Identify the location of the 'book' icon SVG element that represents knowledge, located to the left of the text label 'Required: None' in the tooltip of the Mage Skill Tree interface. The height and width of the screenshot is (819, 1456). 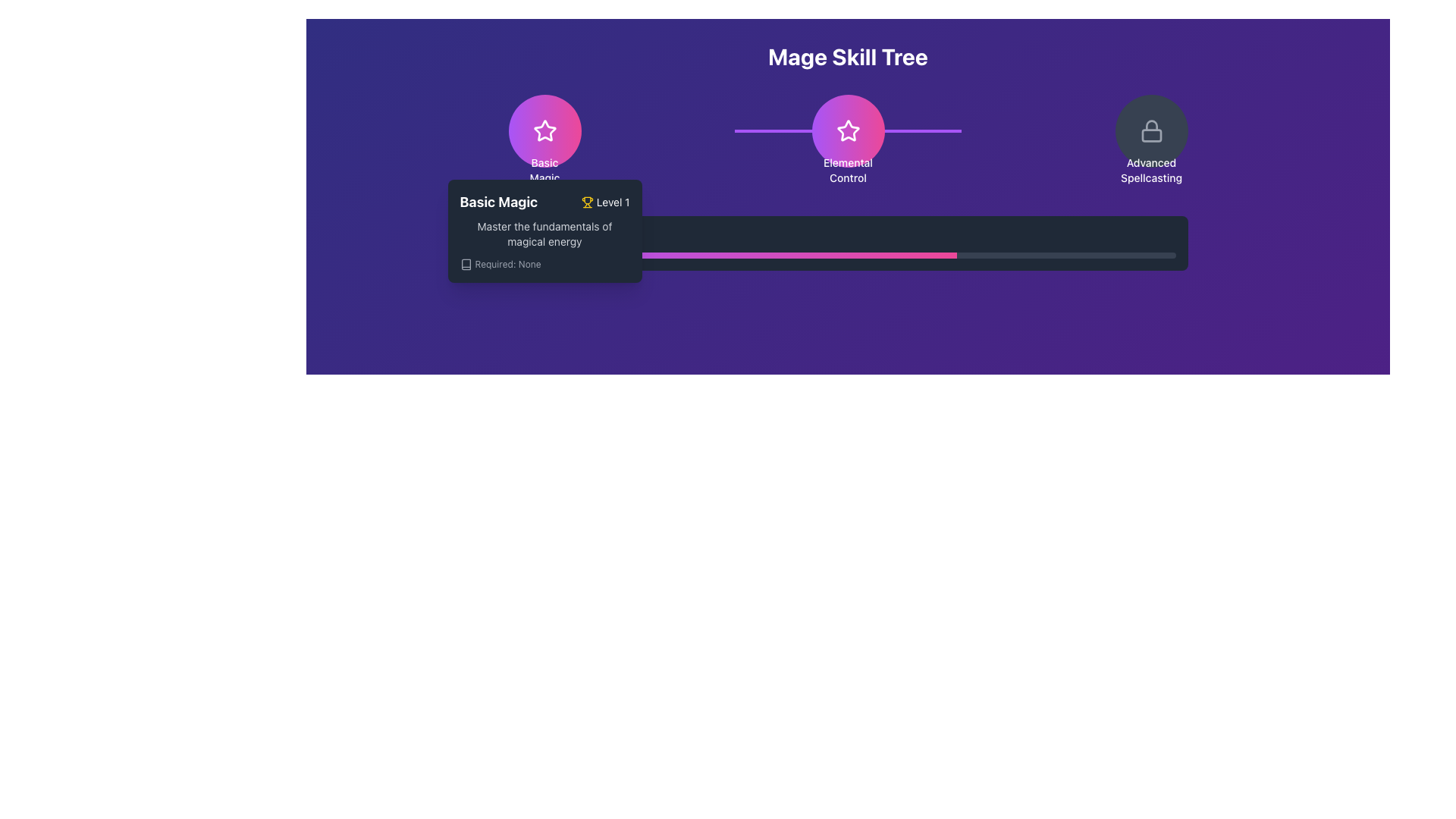
(465, 263).